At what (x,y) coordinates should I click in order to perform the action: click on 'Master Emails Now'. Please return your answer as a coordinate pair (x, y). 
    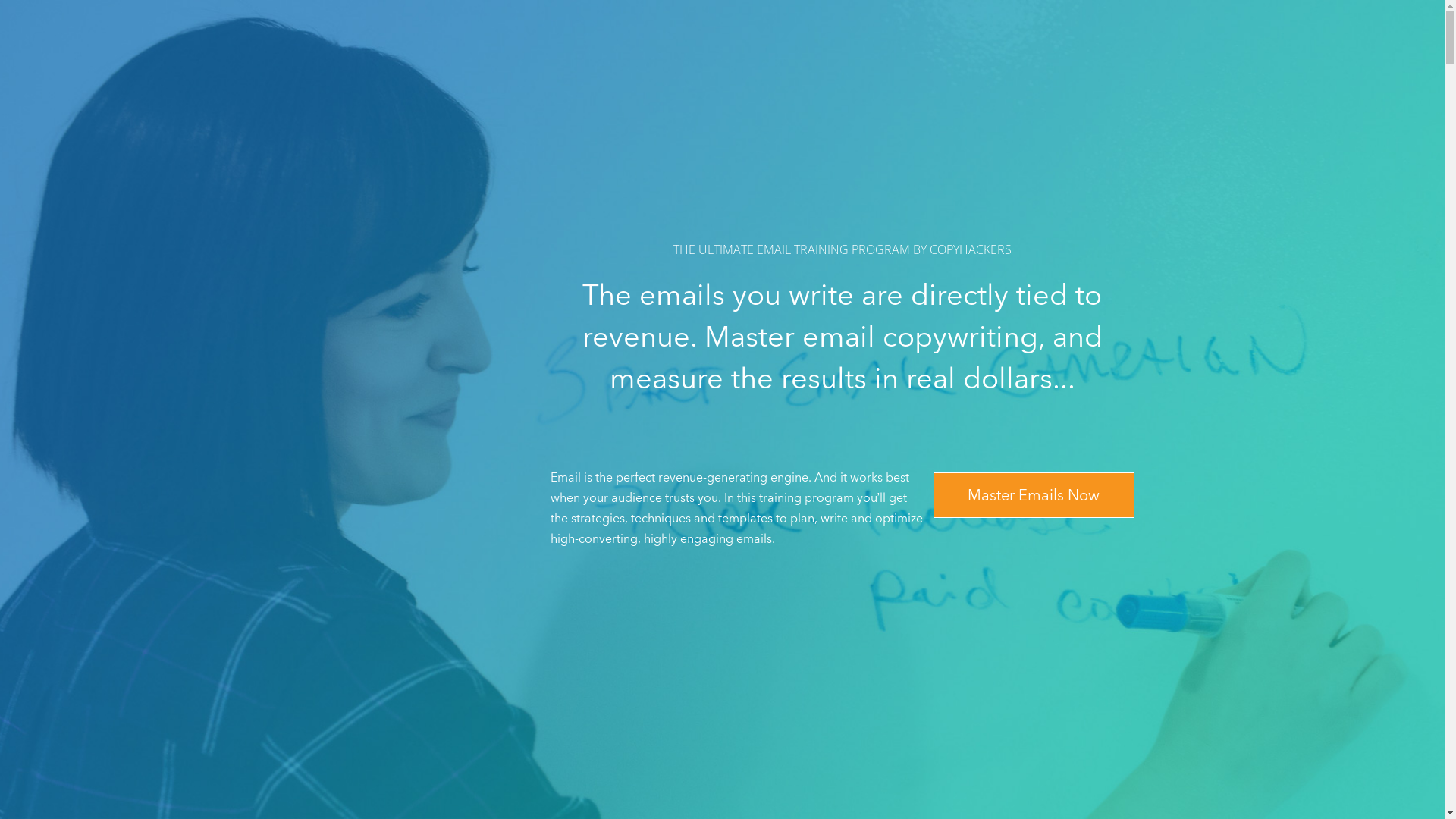
    Looking at the image, I should click on (1032, 494).